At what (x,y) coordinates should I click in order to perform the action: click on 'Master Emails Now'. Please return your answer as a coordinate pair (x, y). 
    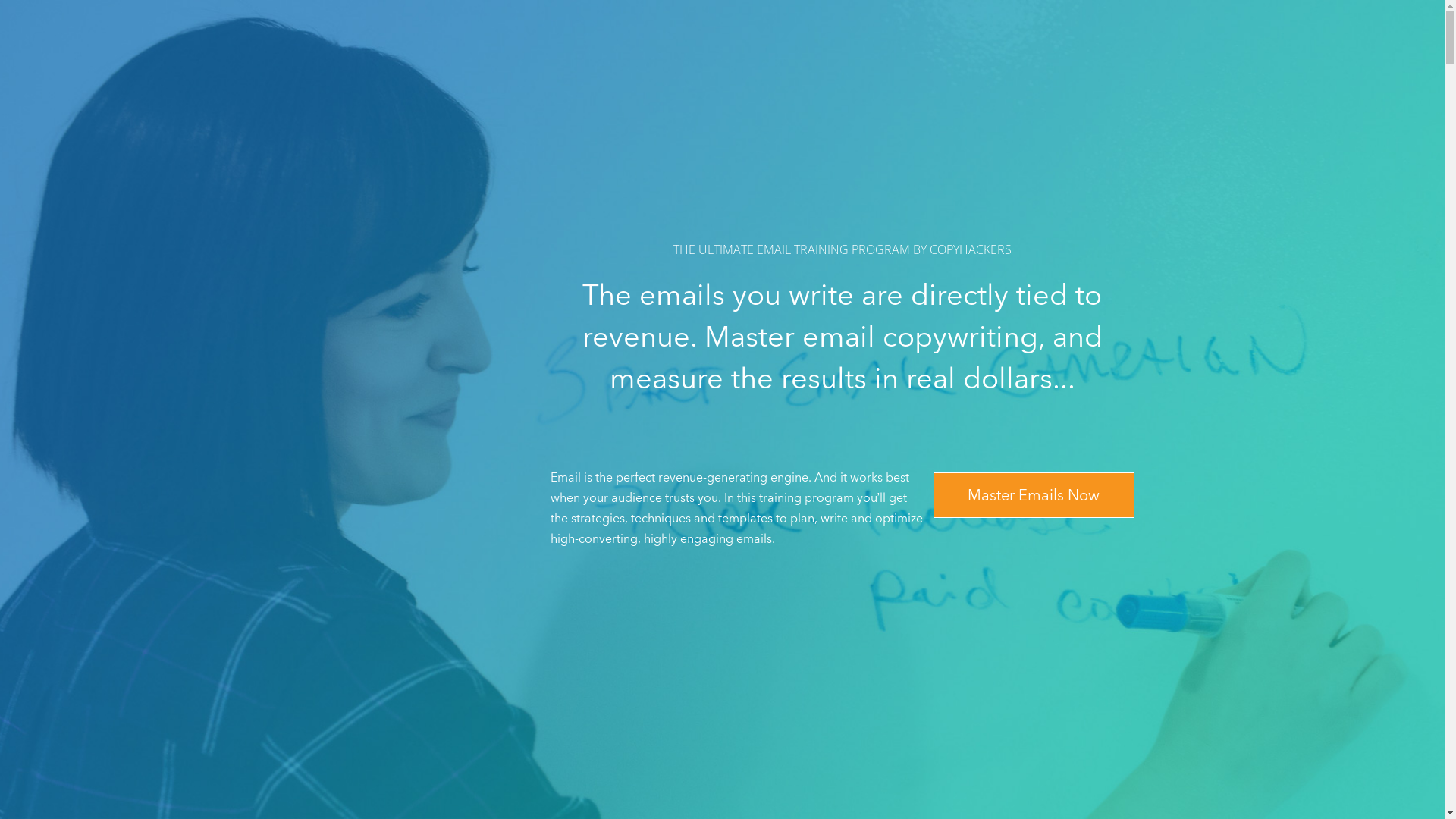
    Looking at the image, I should click on (1032, 494).